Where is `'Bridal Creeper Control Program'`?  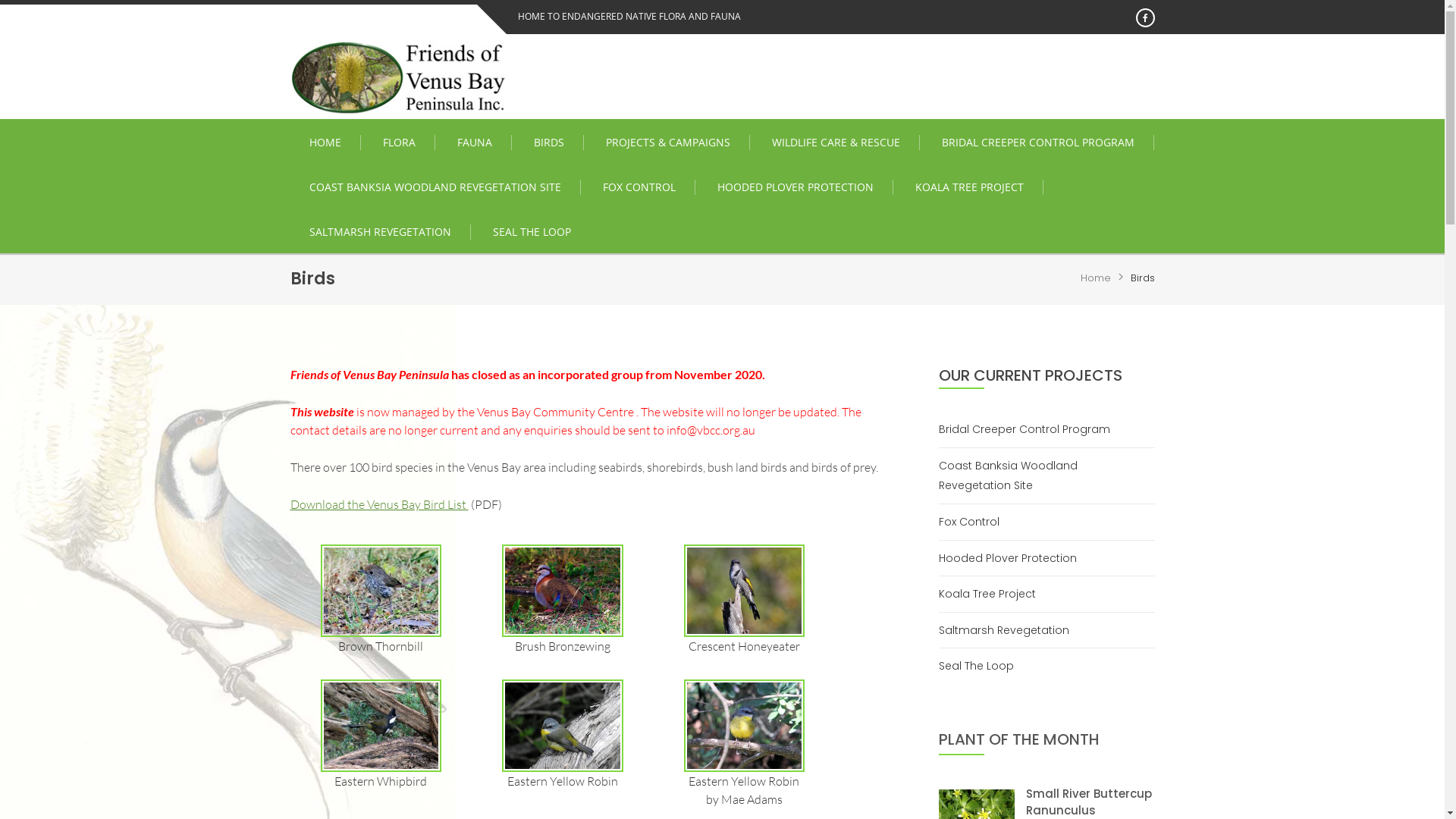 'Bridal Creeper Control Program' is located at coordinates (1030, 429).